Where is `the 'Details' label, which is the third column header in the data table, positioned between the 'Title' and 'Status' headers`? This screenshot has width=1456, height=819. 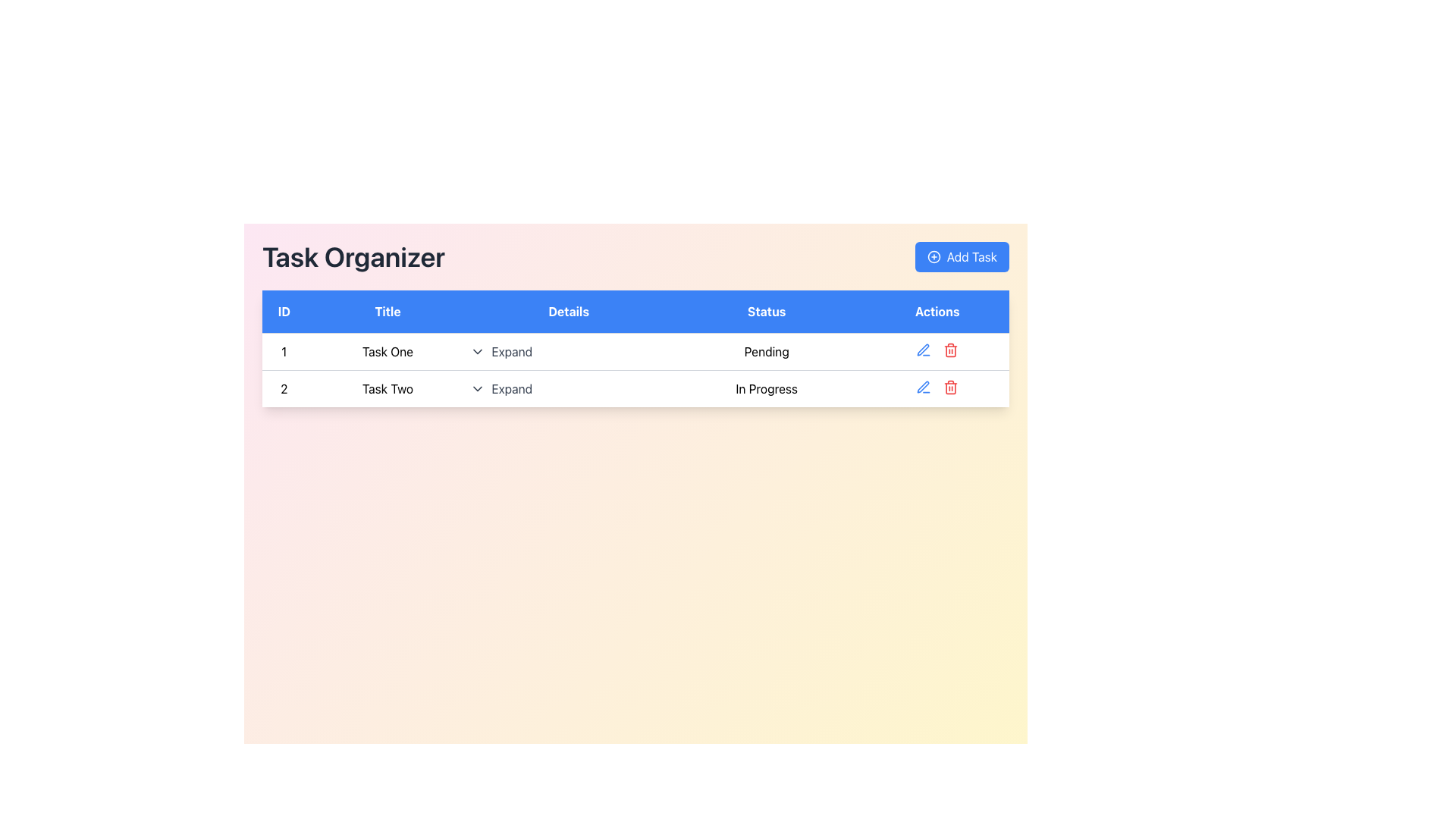 the 'Details' label, which is the third column header in the data table, positioned between the 'Title' and 'Status' headers is located at coordinates (568, 311).